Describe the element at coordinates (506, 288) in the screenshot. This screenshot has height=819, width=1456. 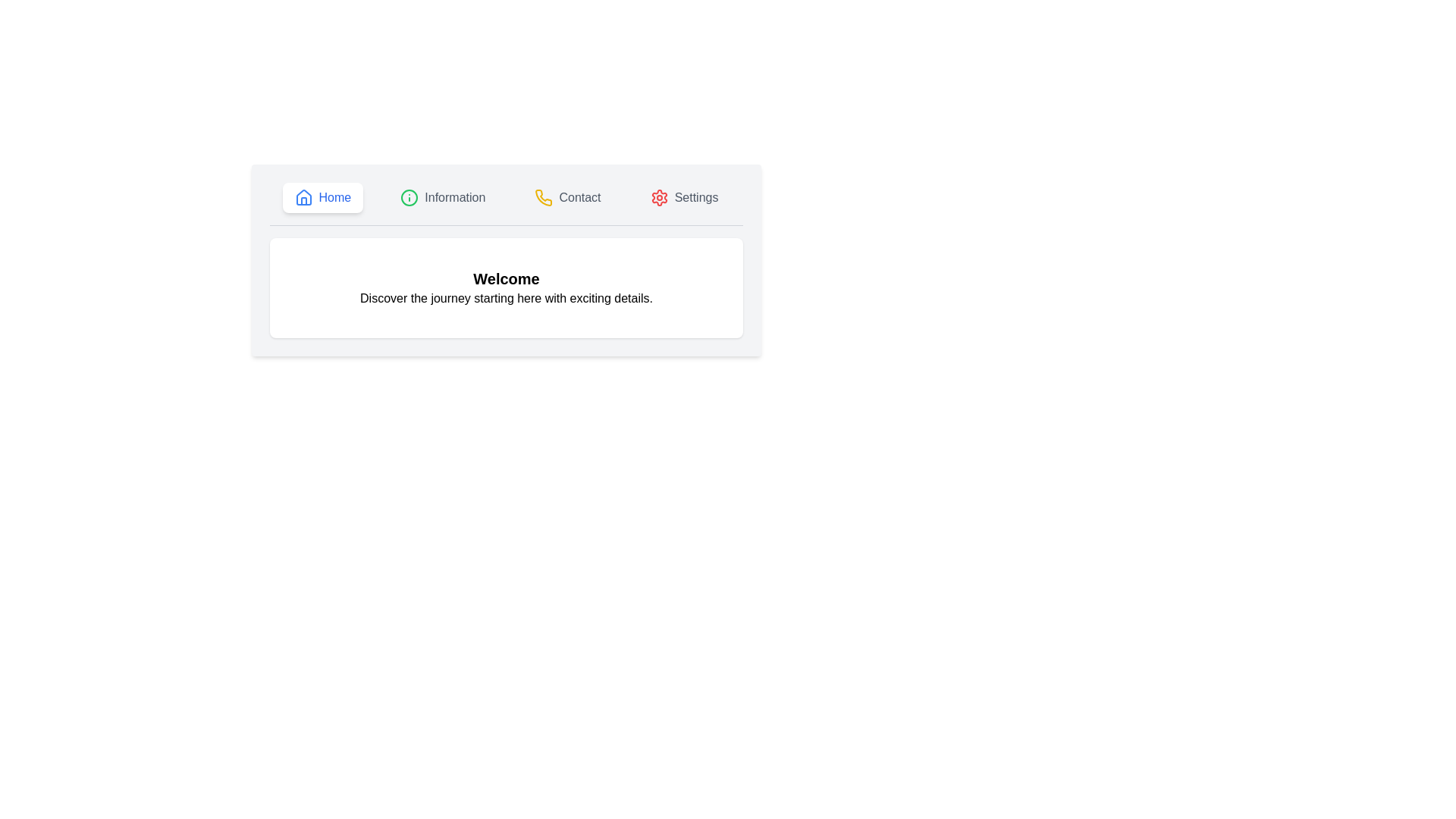
I see `information displayed in the Text section element that features bold text saying 'Welcome' and smaller text 'Discover the journey starting here with exciting details.'` at that location.